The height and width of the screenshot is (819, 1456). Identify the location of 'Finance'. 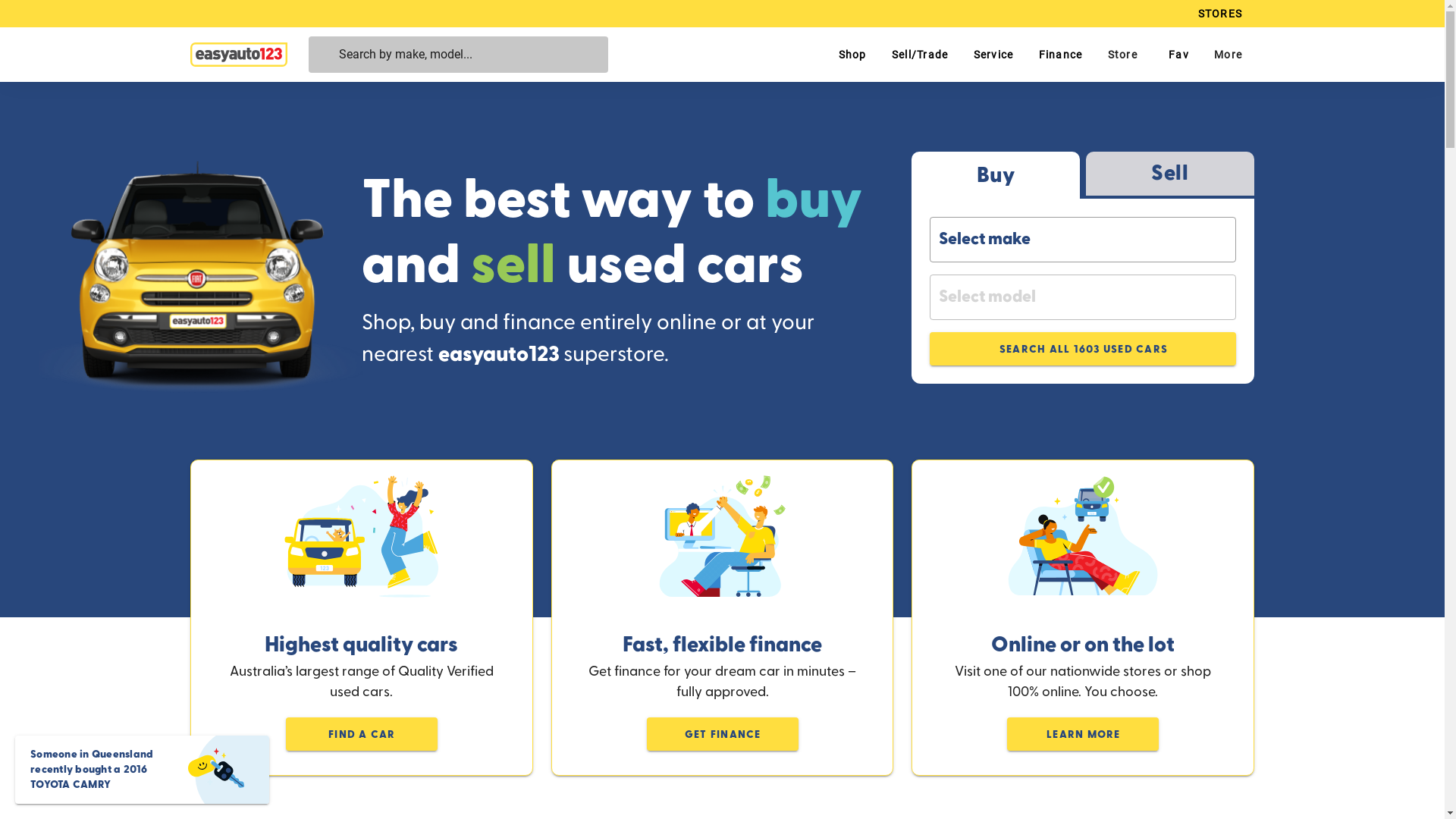
(1059, 54).